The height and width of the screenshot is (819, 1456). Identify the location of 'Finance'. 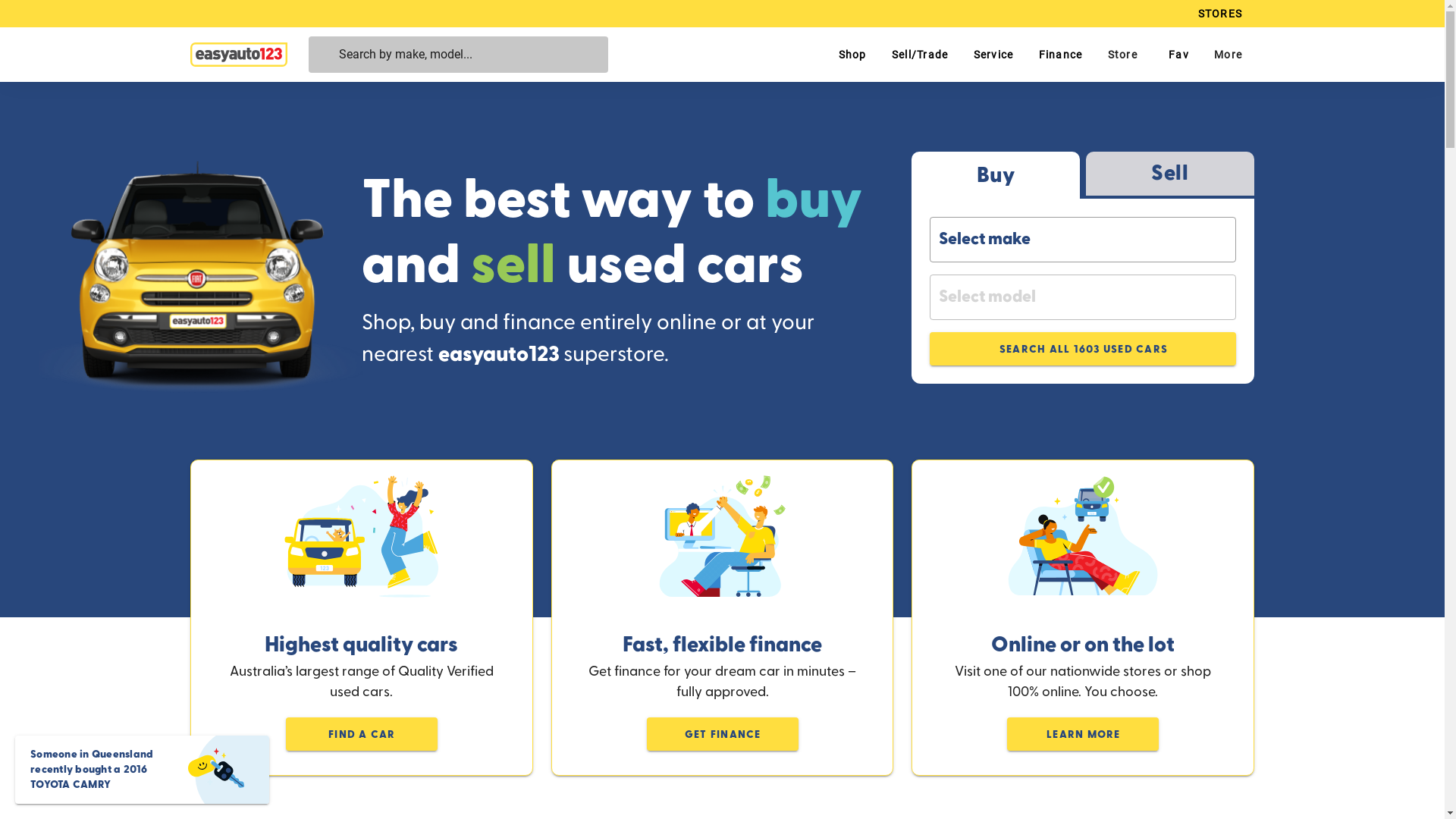
(1059, 54).